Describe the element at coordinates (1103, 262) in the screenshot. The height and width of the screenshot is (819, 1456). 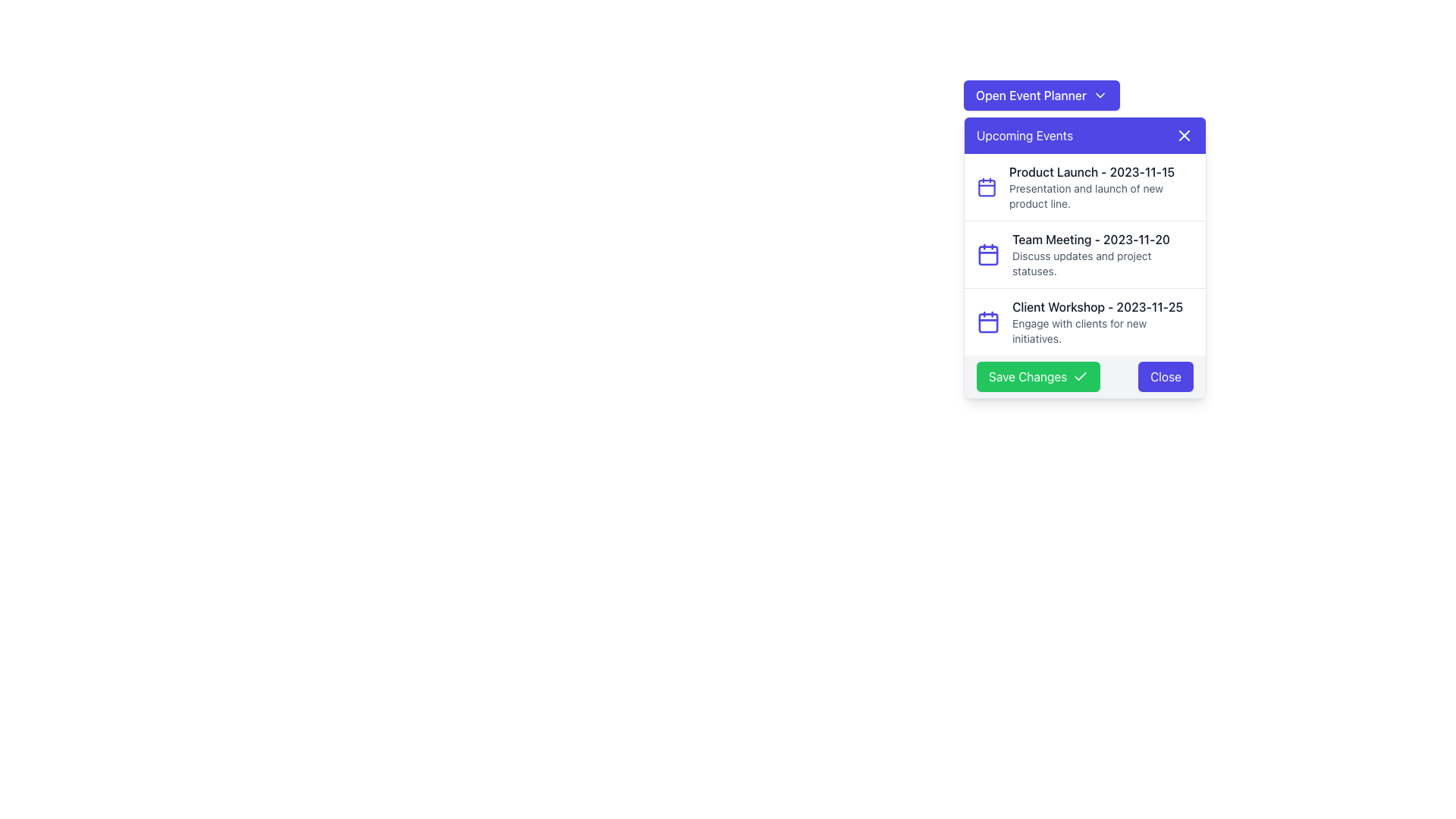
I see `the informational text label providing details about the 'Team Meeting - 2023-11-20' event, which is located below the bold title and between two other events in the vertical list` at that location.